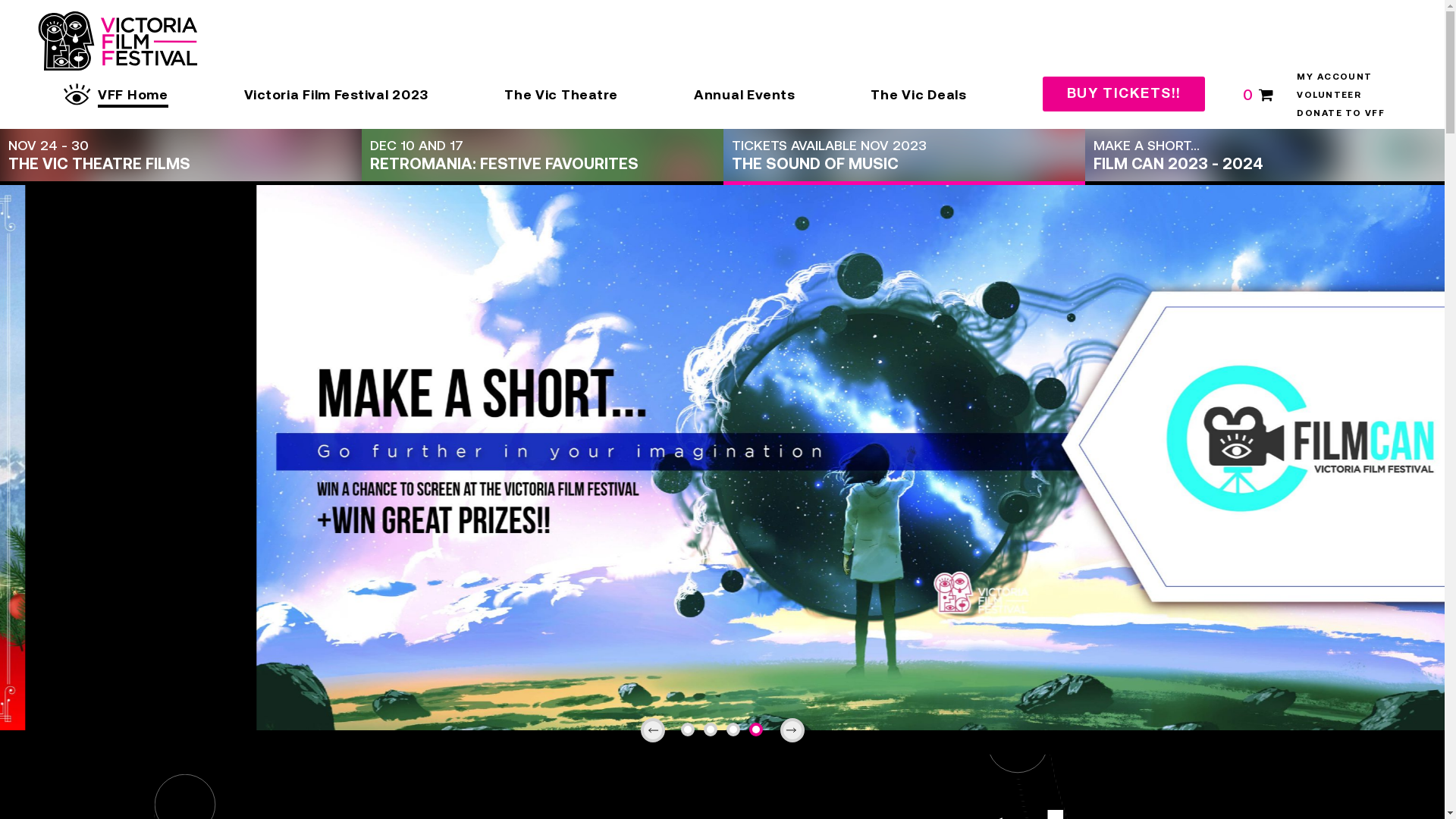  What do you see at coordinates (757, 730) in the screenshot?
I see `'4'` at bounding box center [757, 730].